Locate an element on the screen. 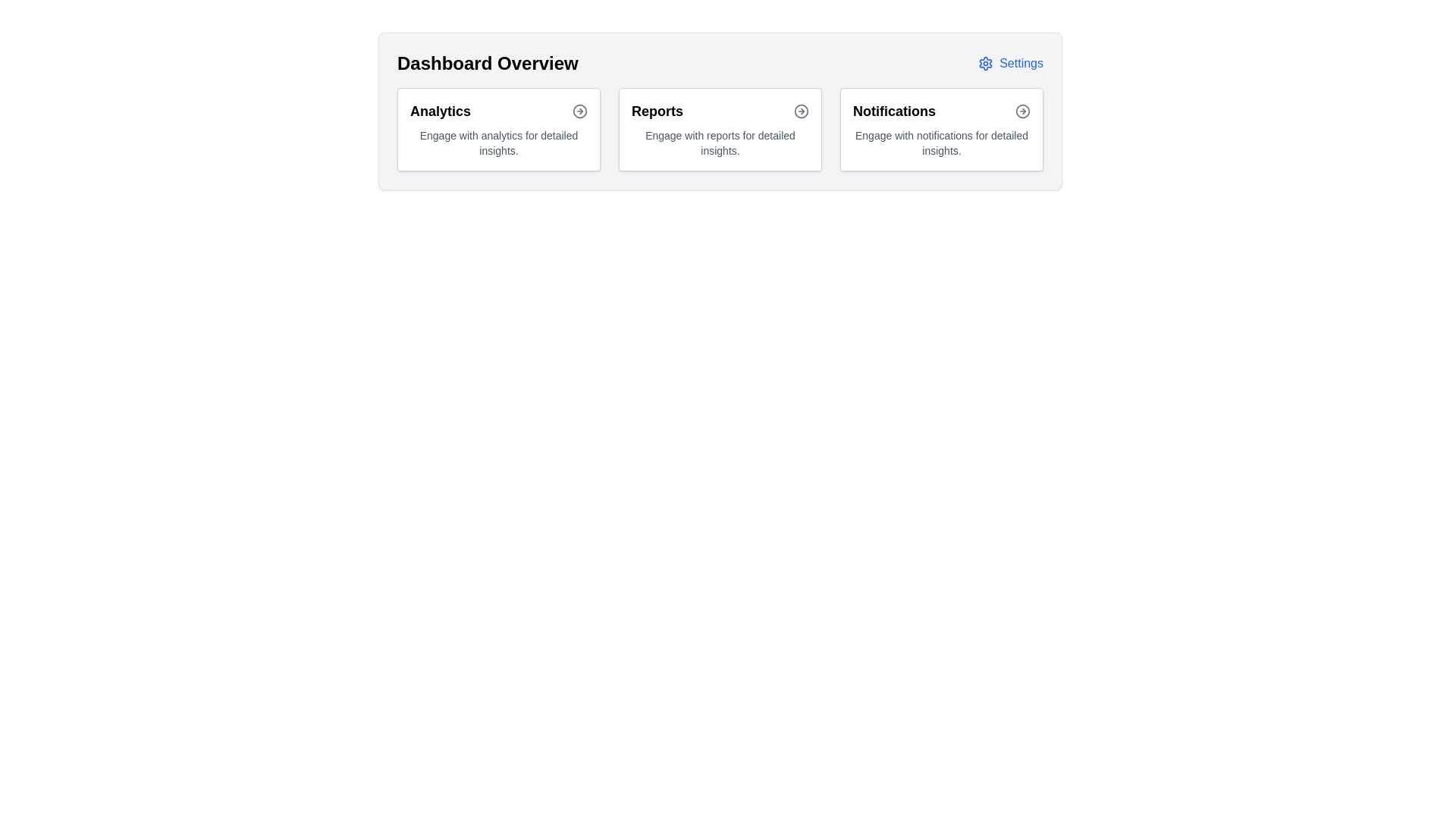  the textual description below the 'Reports' title in the 'Reports' card, which provides additional information about the reports feature is located at coordinates (720, 143).